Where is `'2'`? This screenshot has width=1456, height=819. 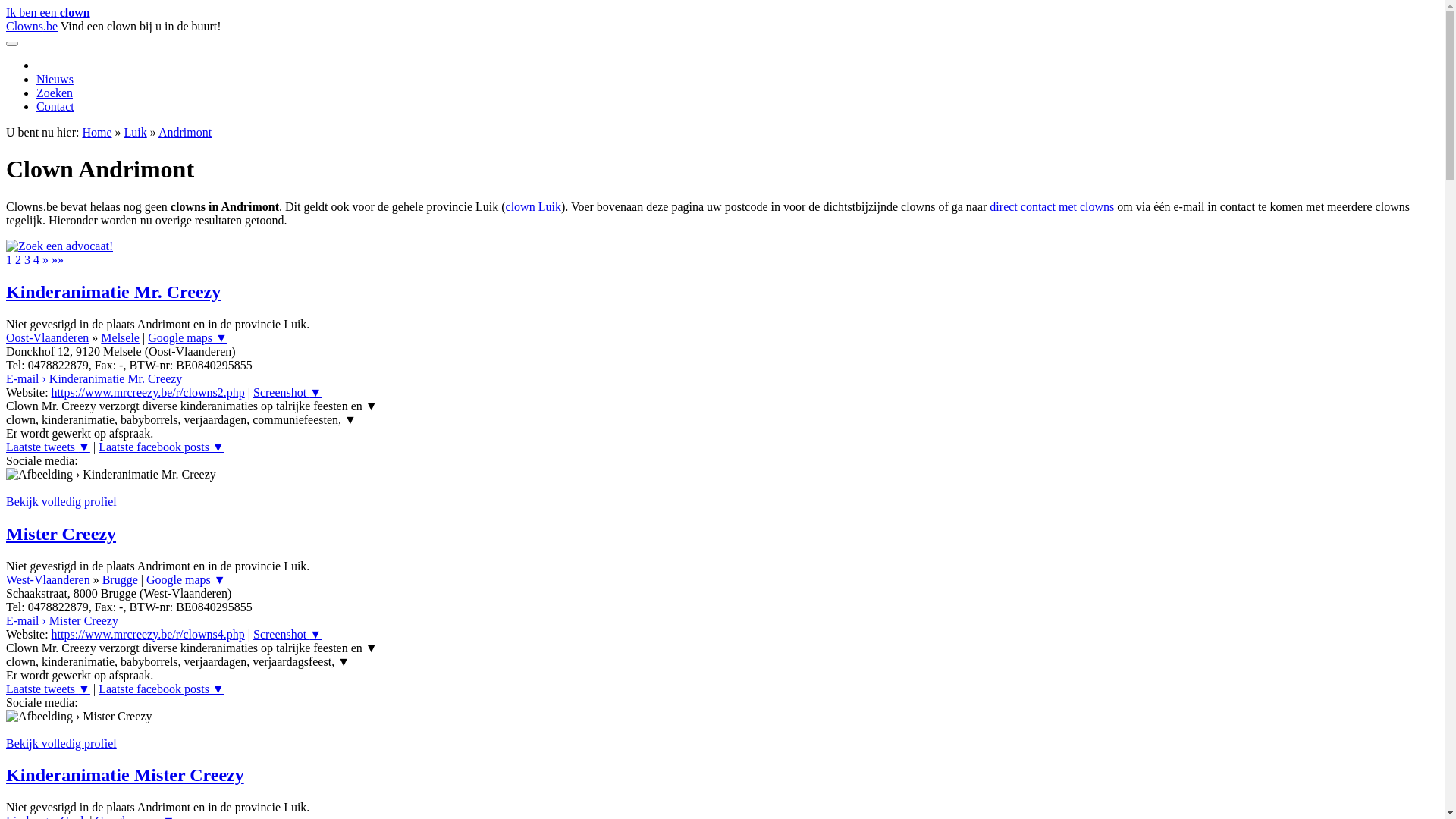
'2' is located at coordinates (14, 259).